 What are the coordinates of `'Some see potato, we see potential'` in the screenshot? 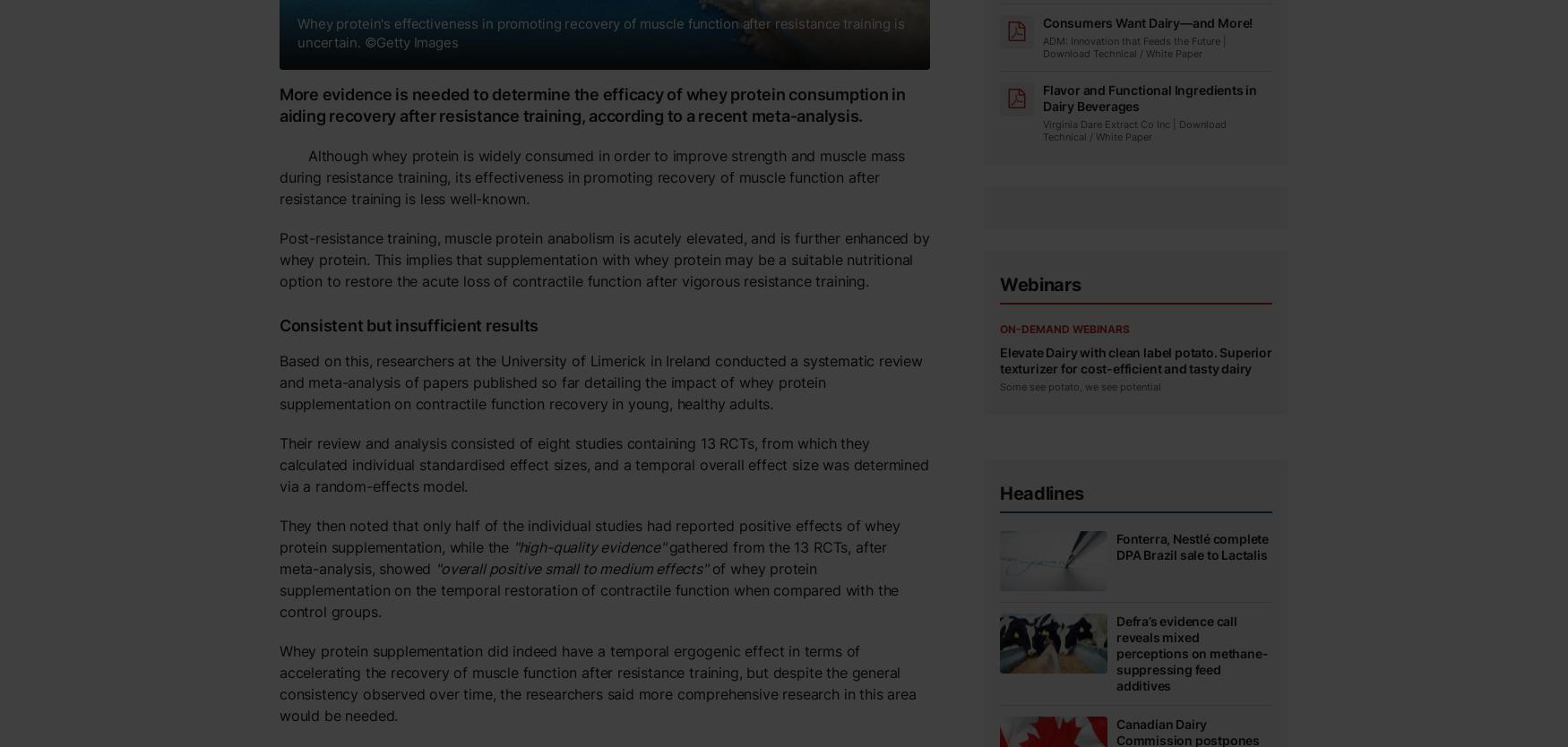 It's located at (1080, 387).